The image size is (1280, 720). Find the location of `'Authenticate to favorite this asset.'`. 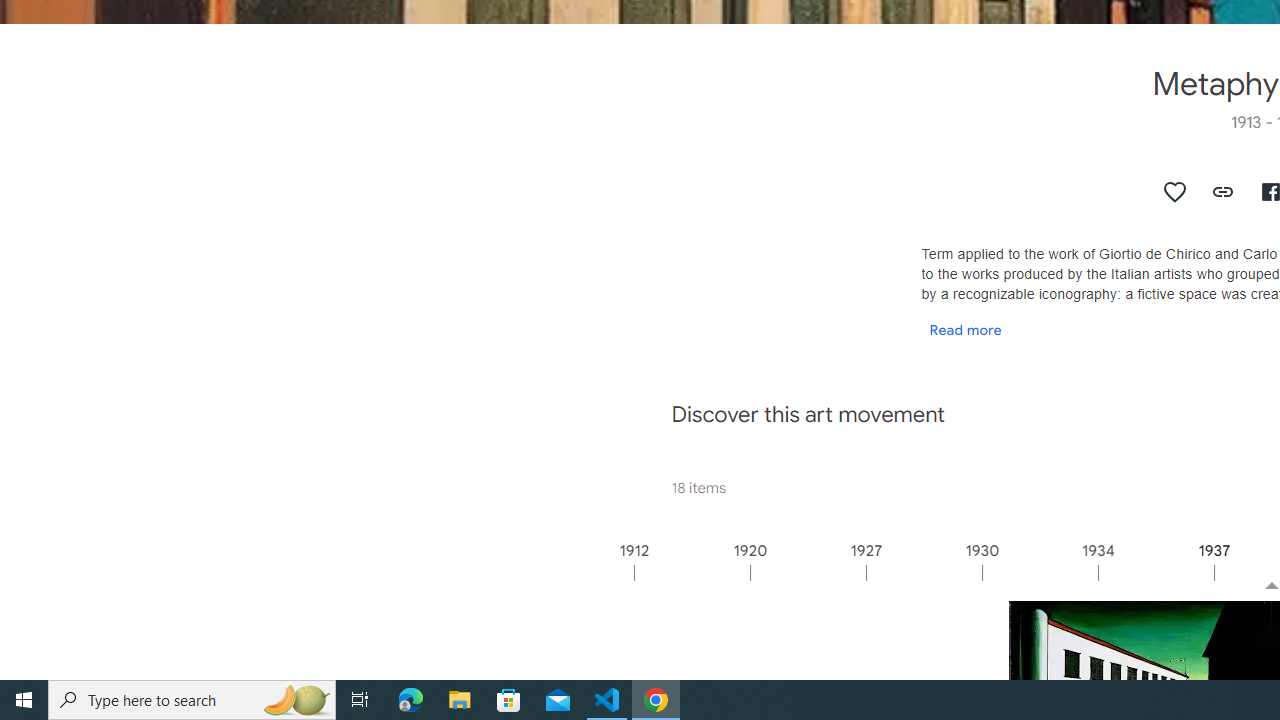

'Authenticate to favorite this asset.' is located at coordinates (1175, 191).